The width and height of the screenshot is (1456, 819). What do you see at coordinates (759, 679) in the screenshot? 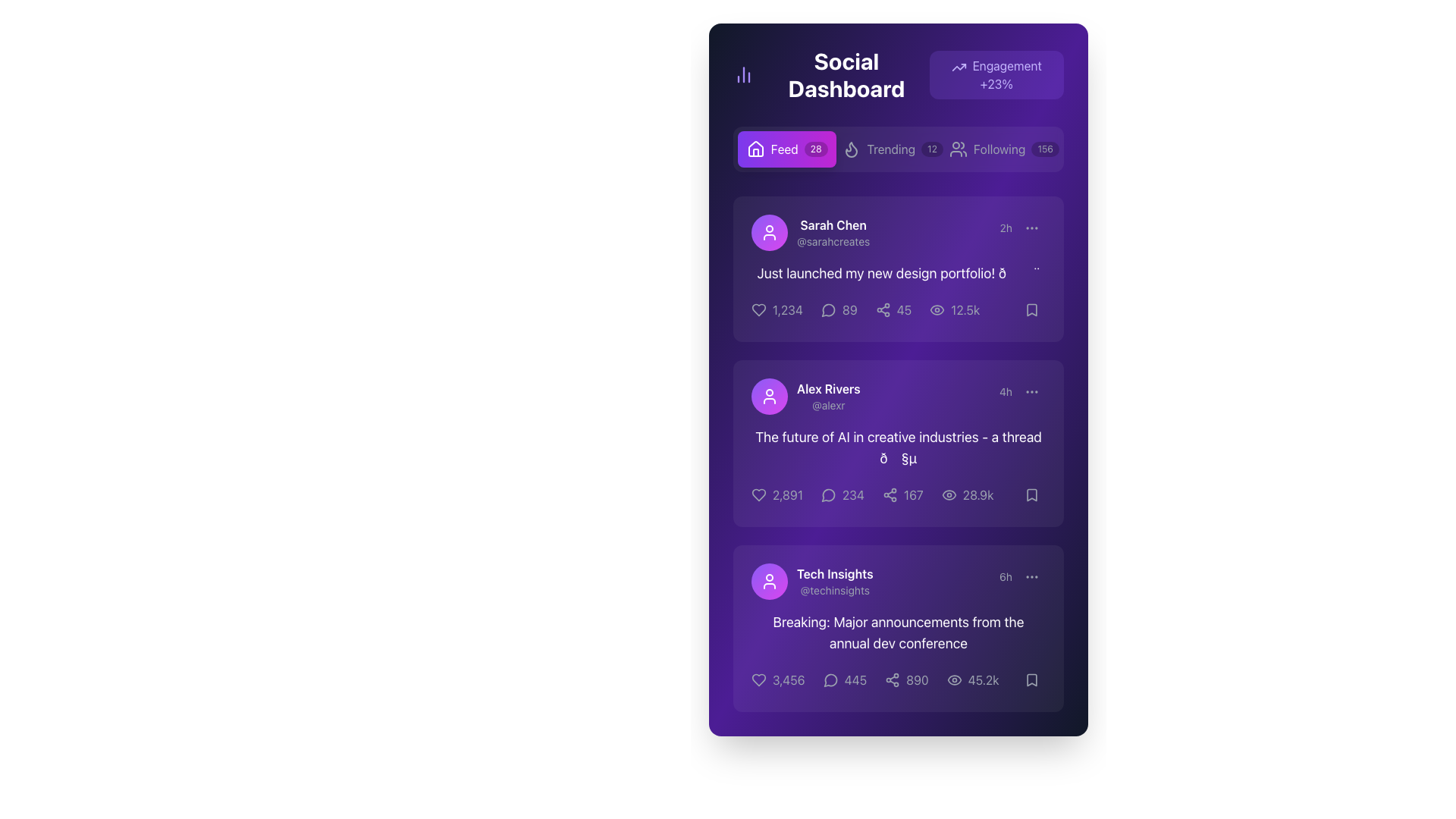
I see `the heart icon button to like the 'Tech Insights' post, located below the main content text and aligned to the left among interactive icons` at bounding box center [759, 679].